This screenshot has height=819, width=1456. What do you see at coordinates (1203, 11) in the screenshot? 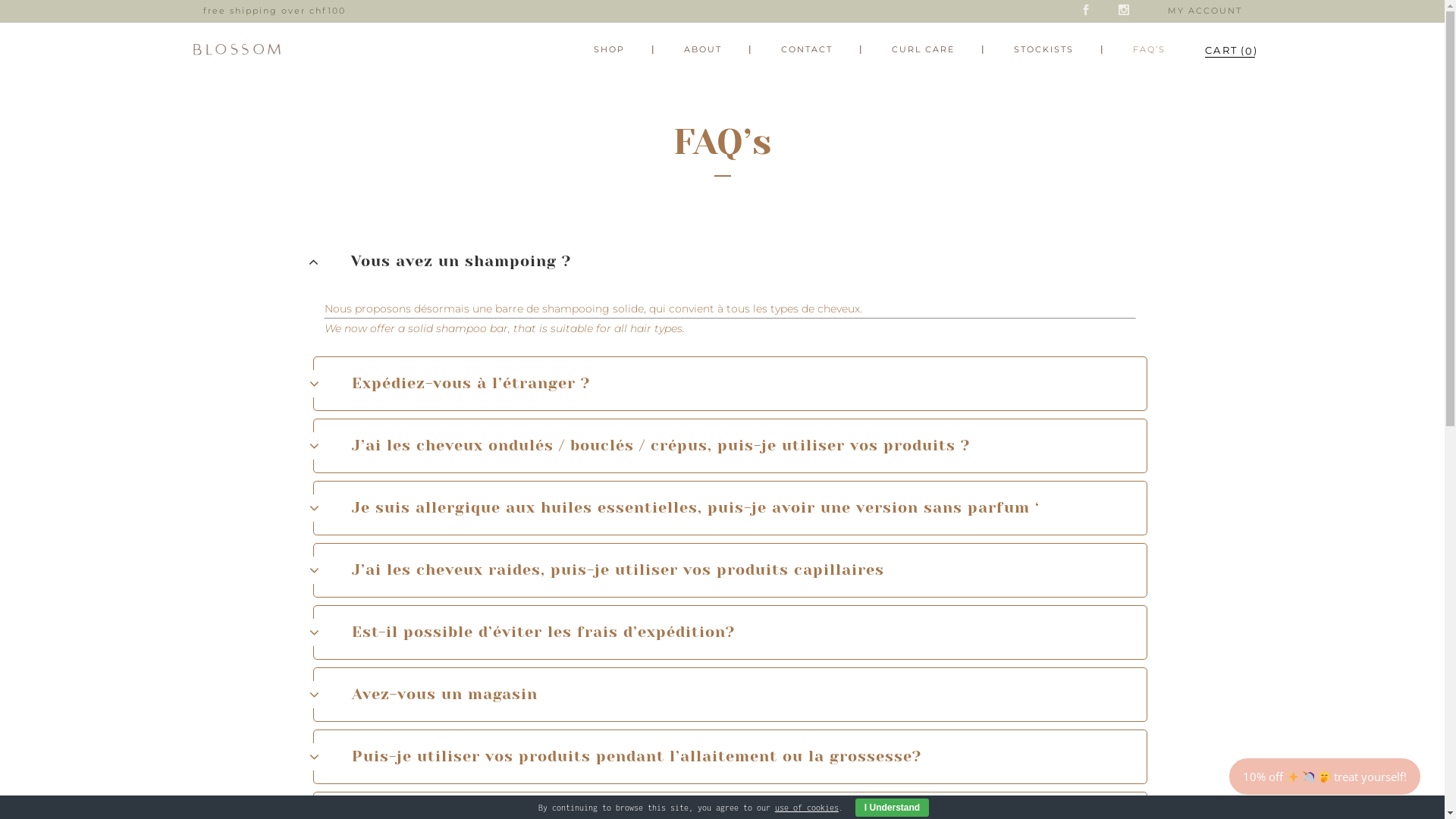
I see `'MY ACCOUNT'` at bounding box center [1203, 11].